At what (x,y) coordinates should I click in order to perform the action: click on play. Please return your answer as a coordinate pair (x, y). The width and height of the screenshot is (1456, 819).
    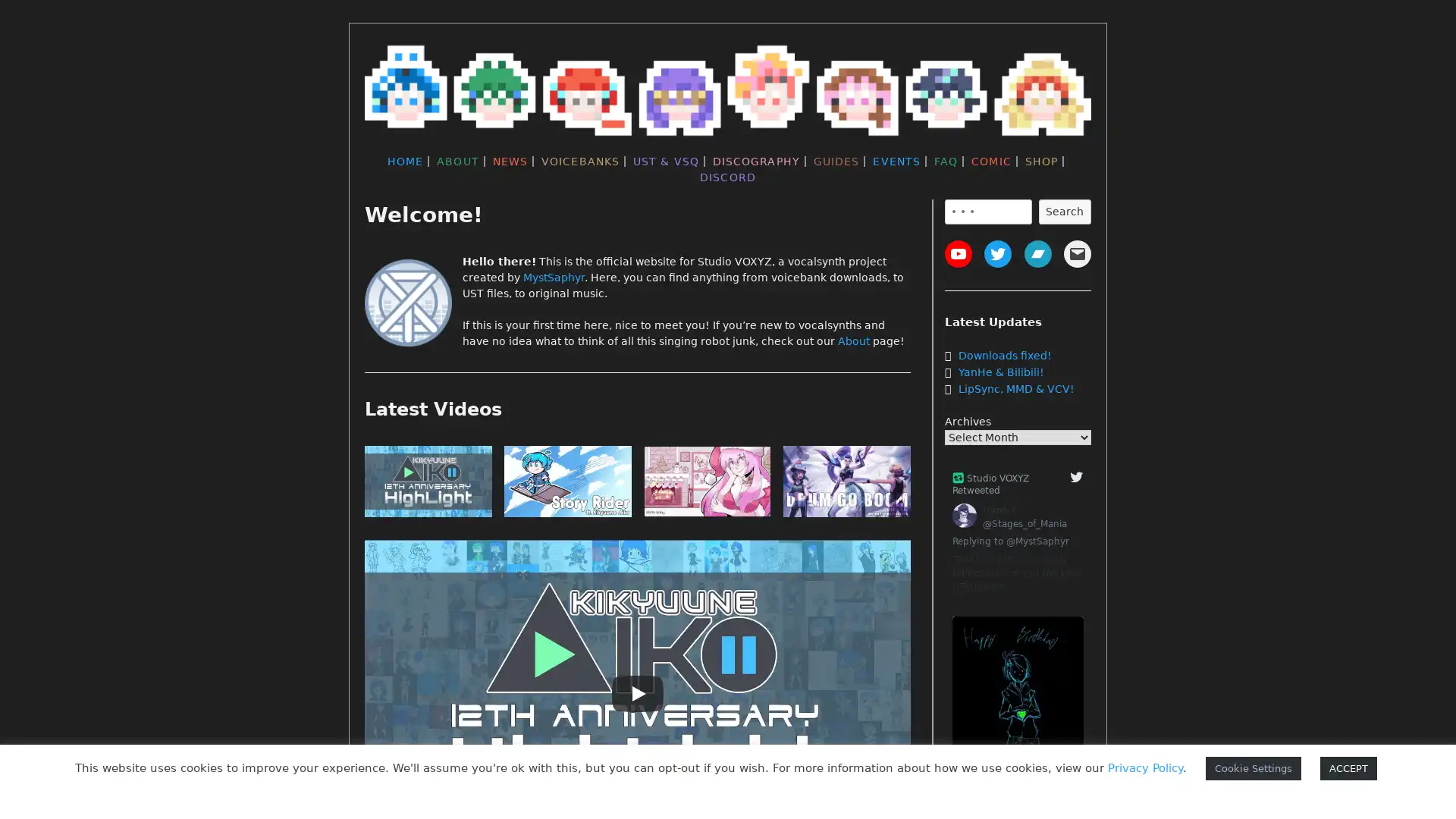
    Looking at the image, I should click on (706, 485).